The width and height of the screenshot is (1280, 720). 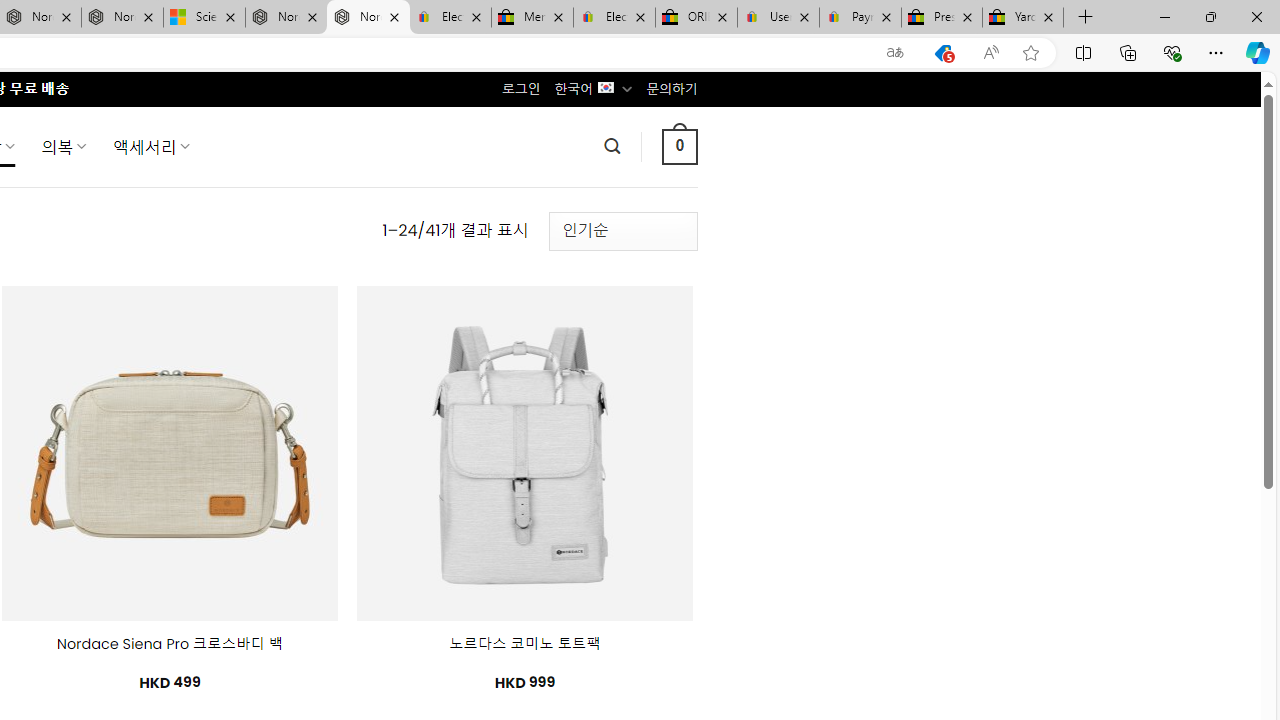 I want to click on 'This site has coupons! Shopping in Microsoft Edge, 5', so click(x=942, y=52).